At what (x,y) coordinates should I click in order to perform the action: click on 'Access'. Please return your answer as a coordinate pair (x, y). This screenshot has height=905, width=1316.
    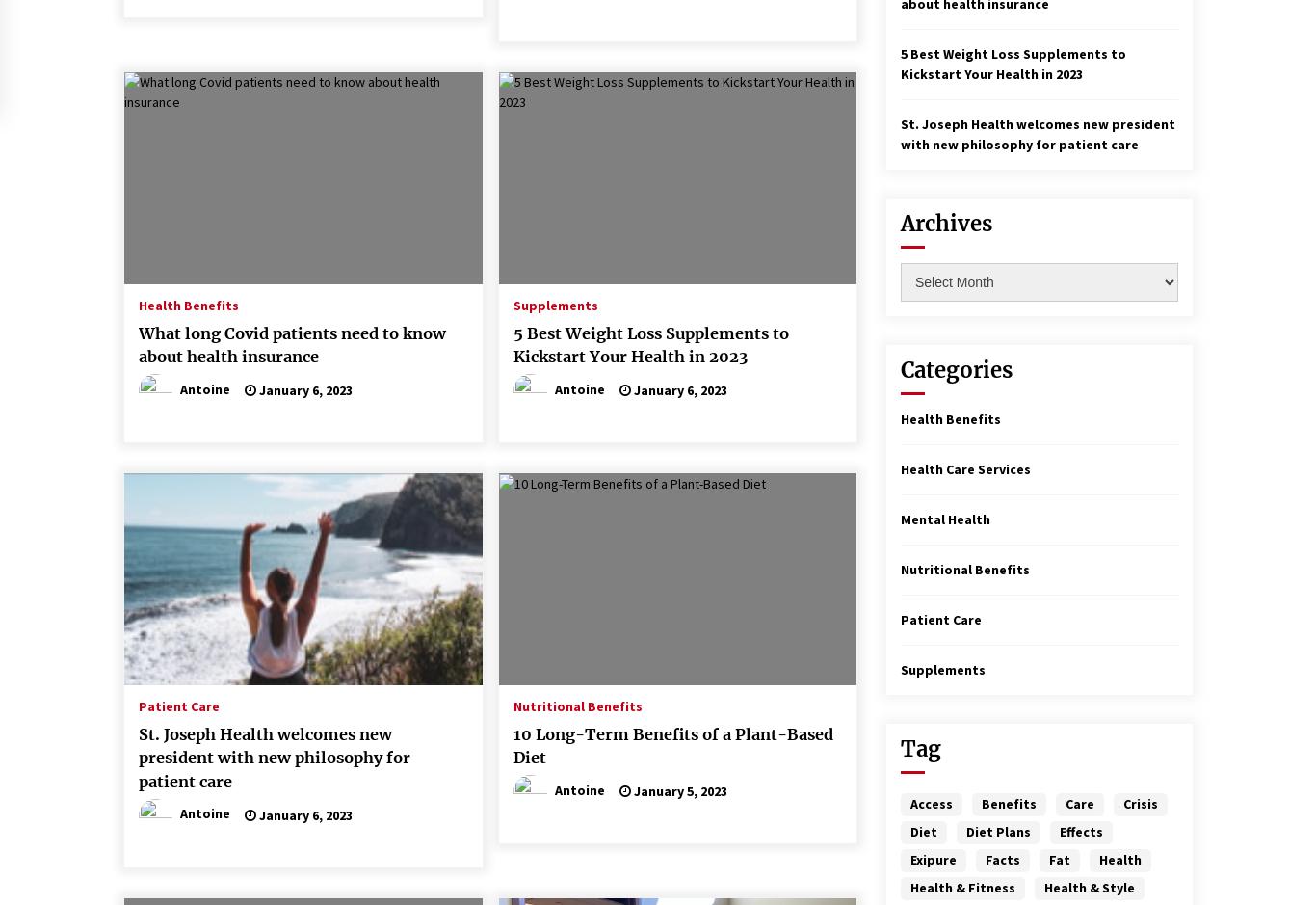
    Looking at the image, I should click on (931, 803).